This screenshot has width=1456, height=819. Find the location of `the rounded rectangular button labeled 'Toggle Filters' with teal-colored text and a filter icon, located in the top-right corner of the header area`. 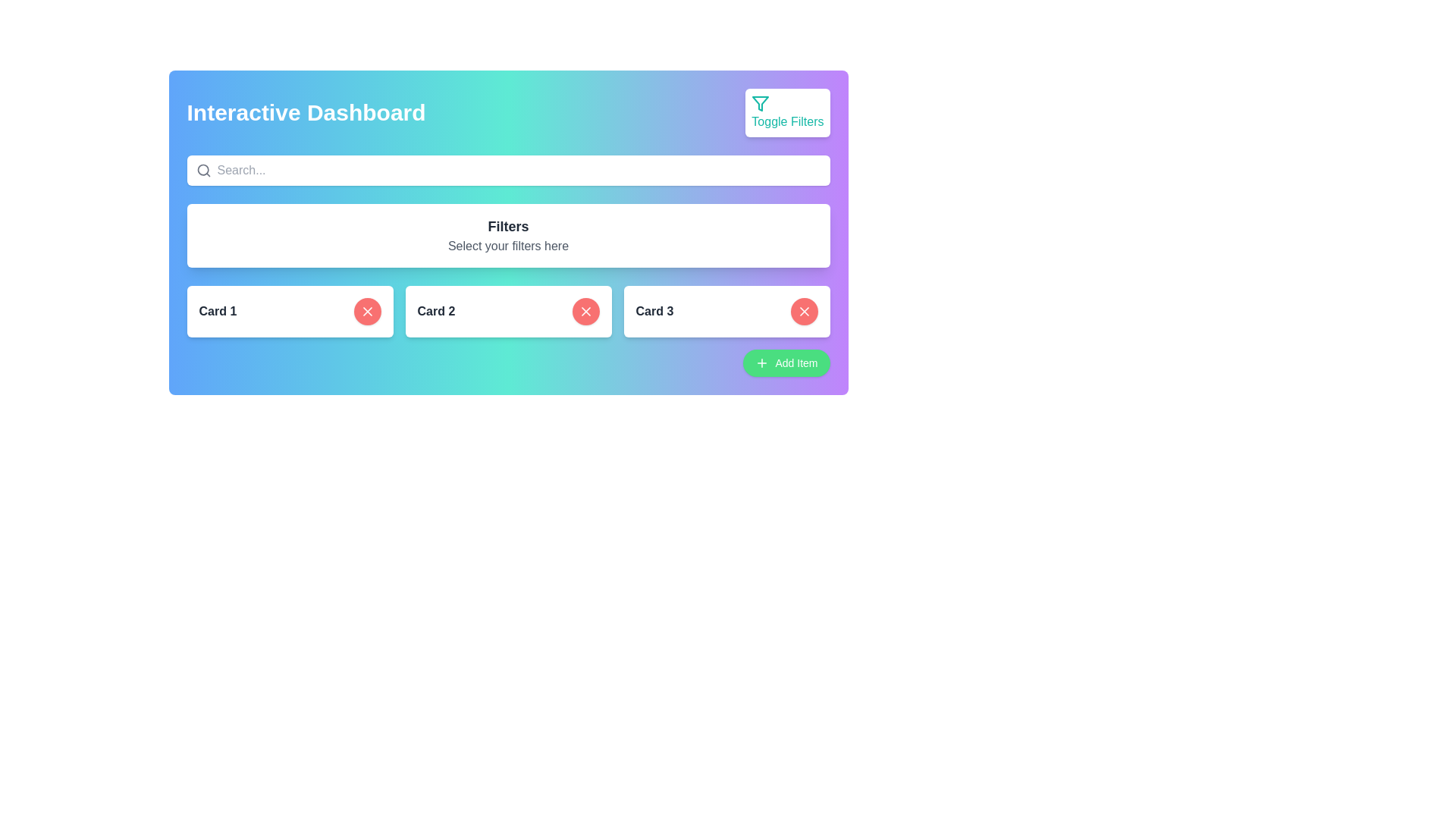

the rounded rectangular button labeled 'Toggle Filters' with teal-colored text and a filter icon, located in the top-right corner of the header area is located at coordinates (787, 112).